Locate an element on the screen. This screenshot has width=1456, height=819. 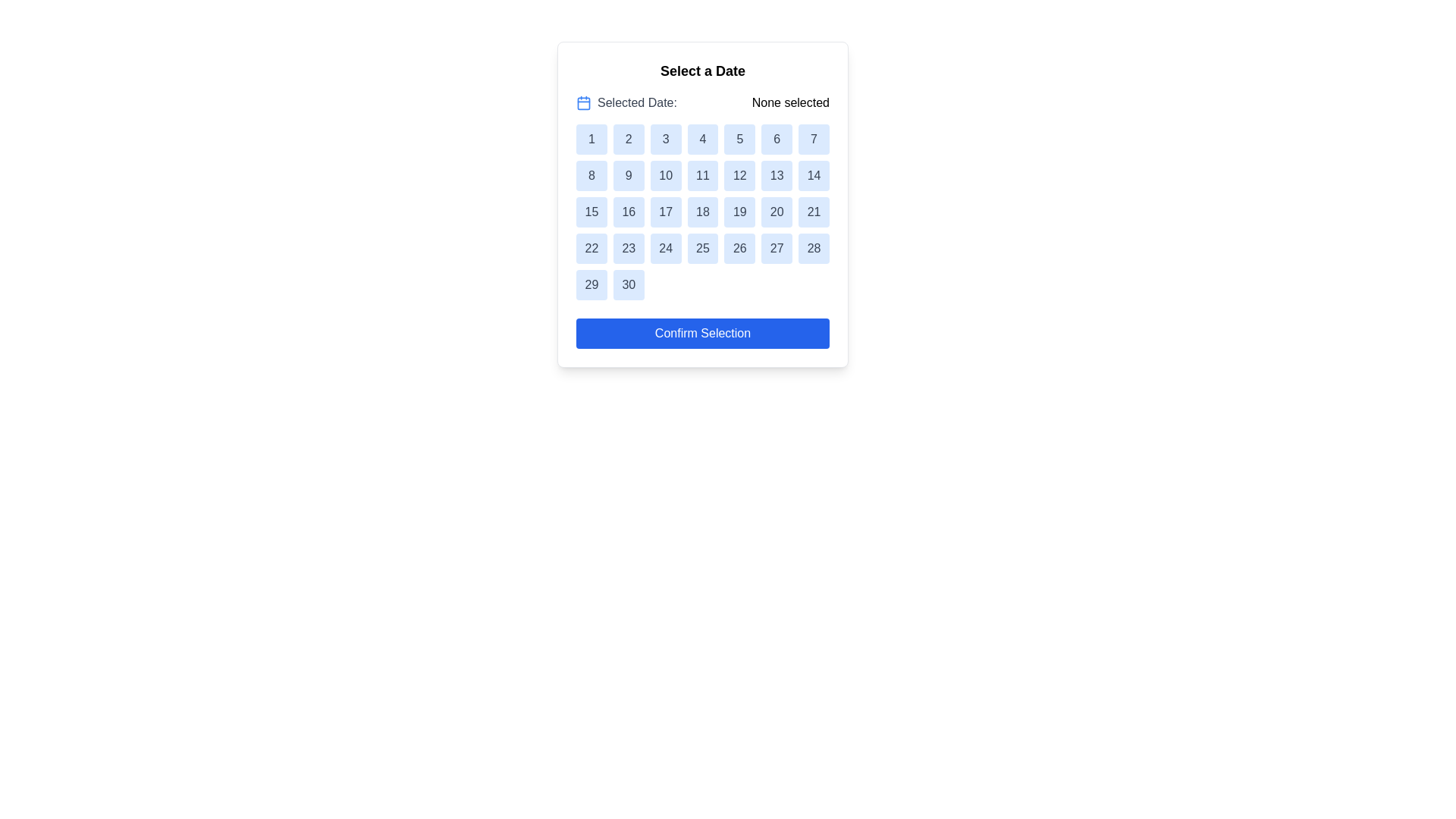
the label with the calendar icon that displays 'Selected Date:' in grey text, located near the upper section of the panel is located at coordinates (626, 102).